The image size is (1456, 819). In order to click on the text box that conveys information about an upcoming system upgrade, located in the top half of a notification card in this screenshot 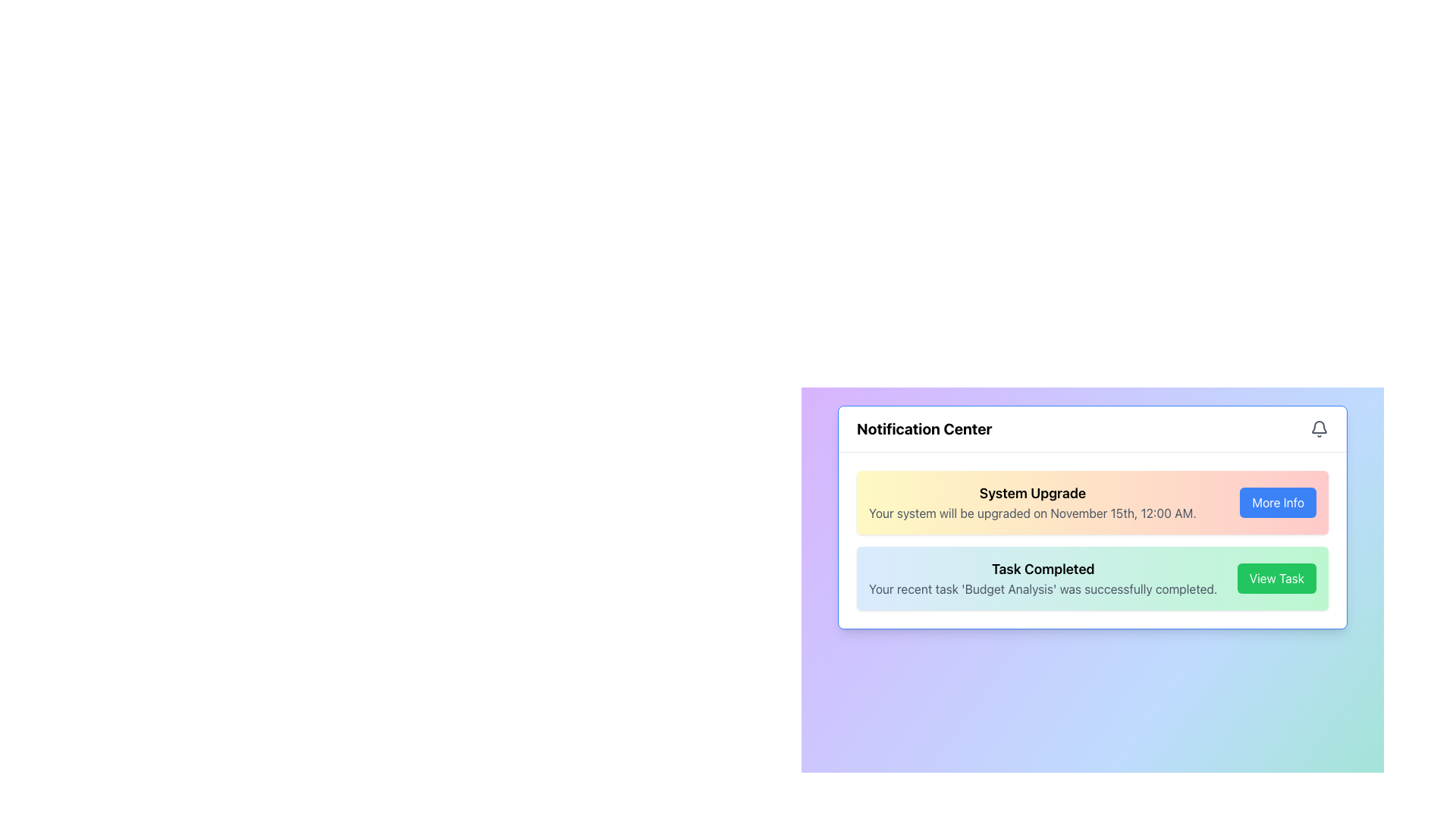, I will do `click(1031, 503)`.